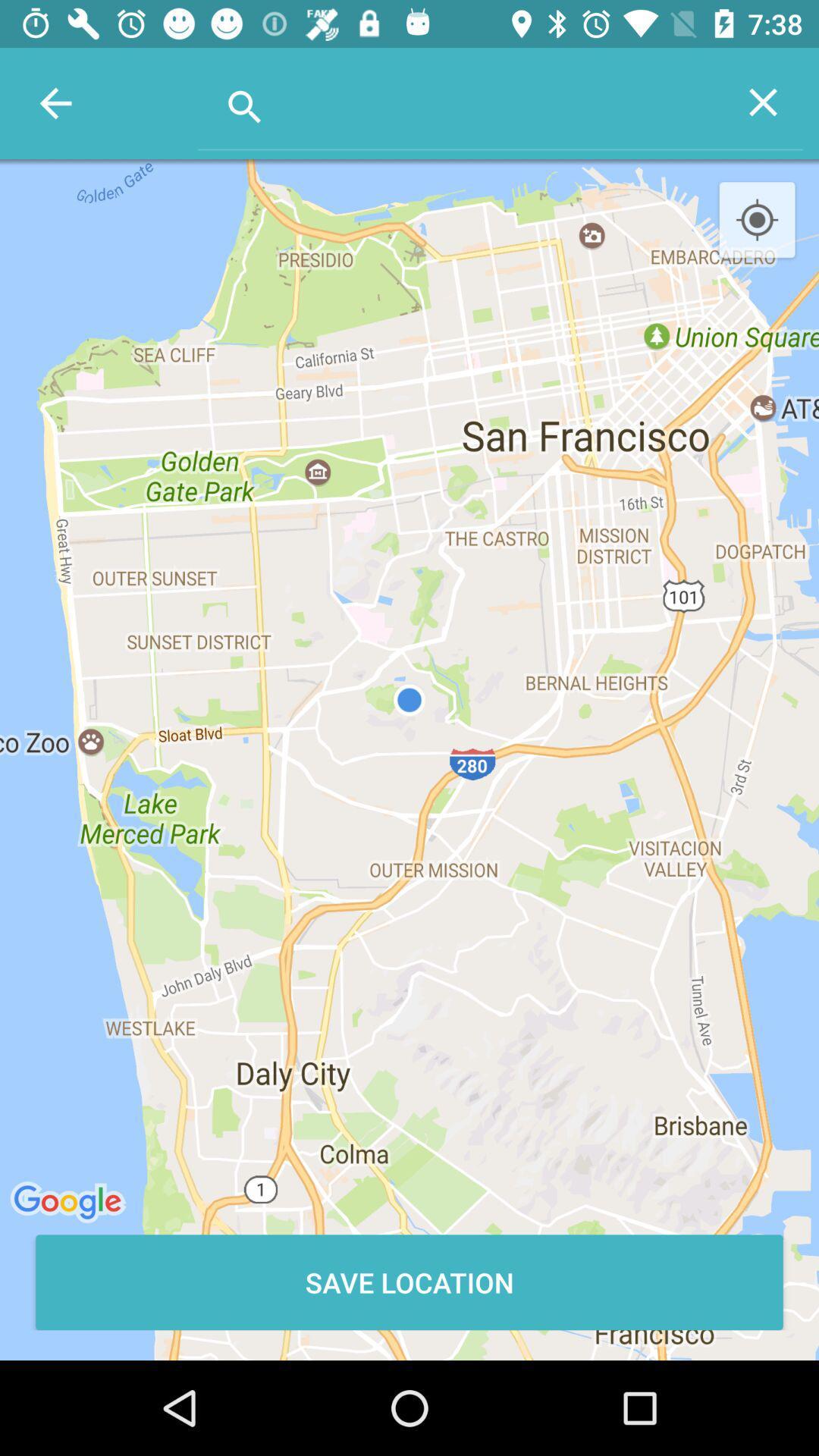 The image size is (819, 1456). What do you see at coordinates (55, 102) in the screenshot?
I see `the icon at the top left corner` at bounding box center [55, 102].